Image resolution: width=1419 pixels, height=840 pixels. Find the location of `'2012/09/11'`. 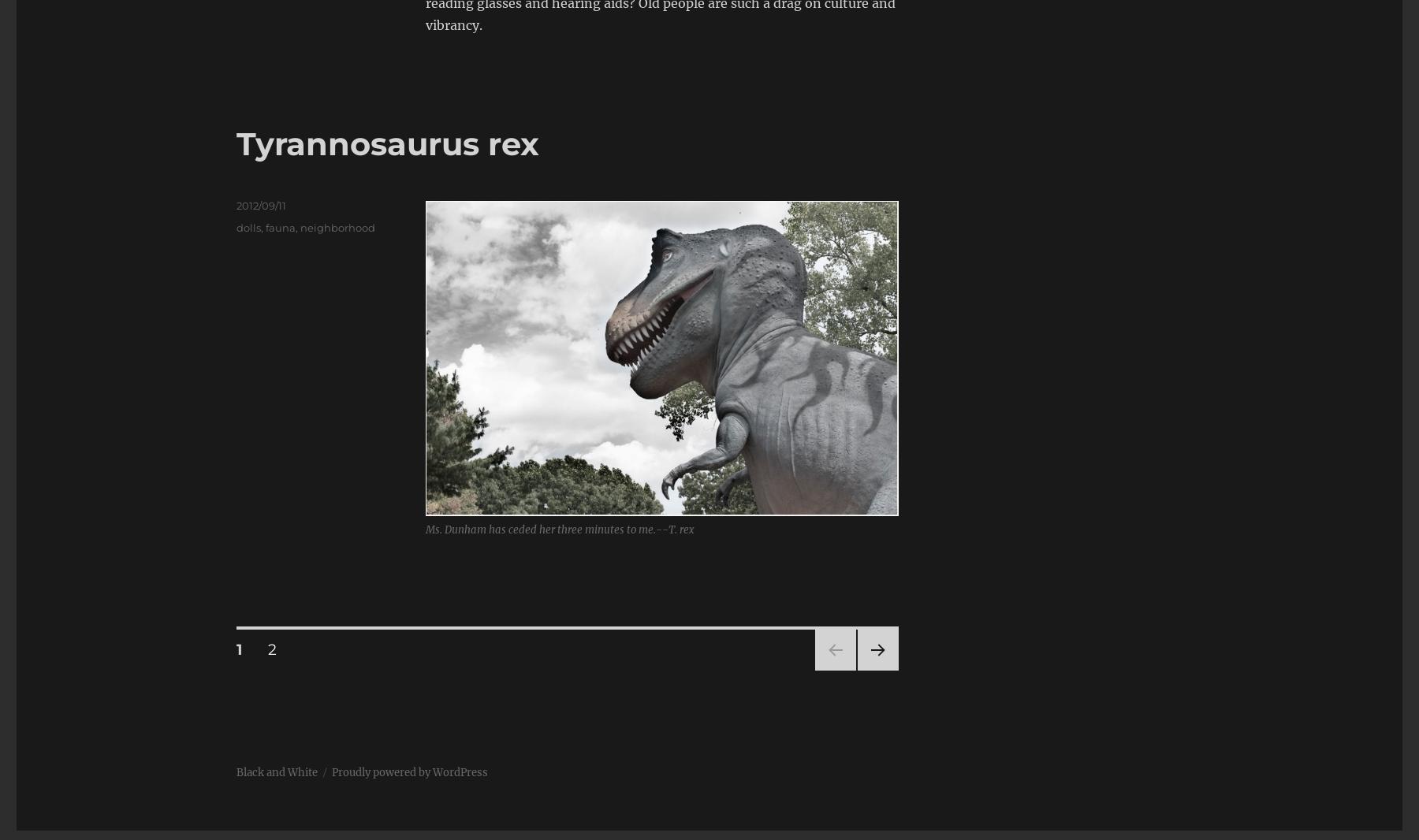

'2012/09/11' is located at coordinates (260, 204).